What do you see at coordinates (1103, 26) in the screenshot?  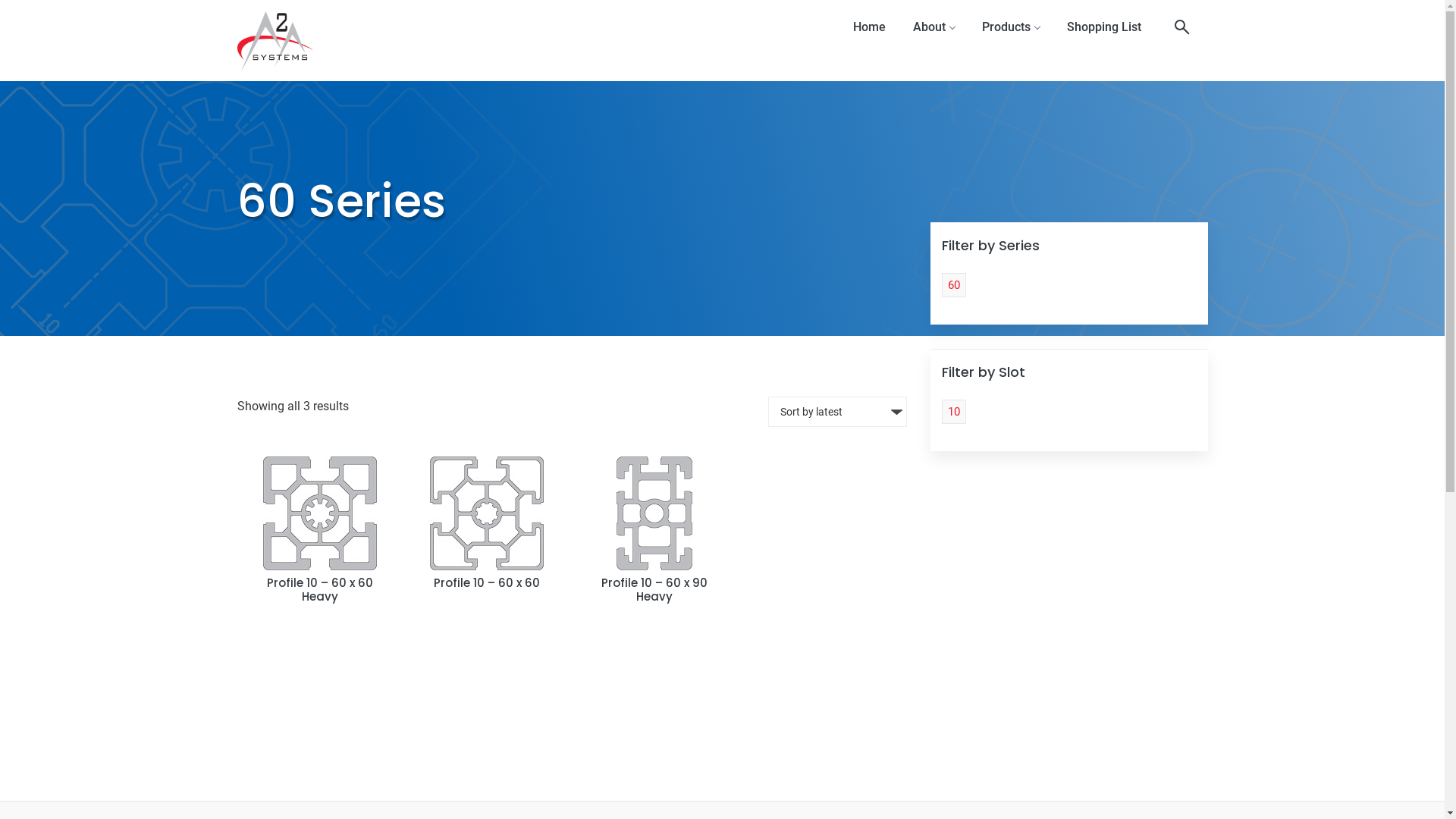 I see `'Shopping List'` at bounding box center [1103, 26].